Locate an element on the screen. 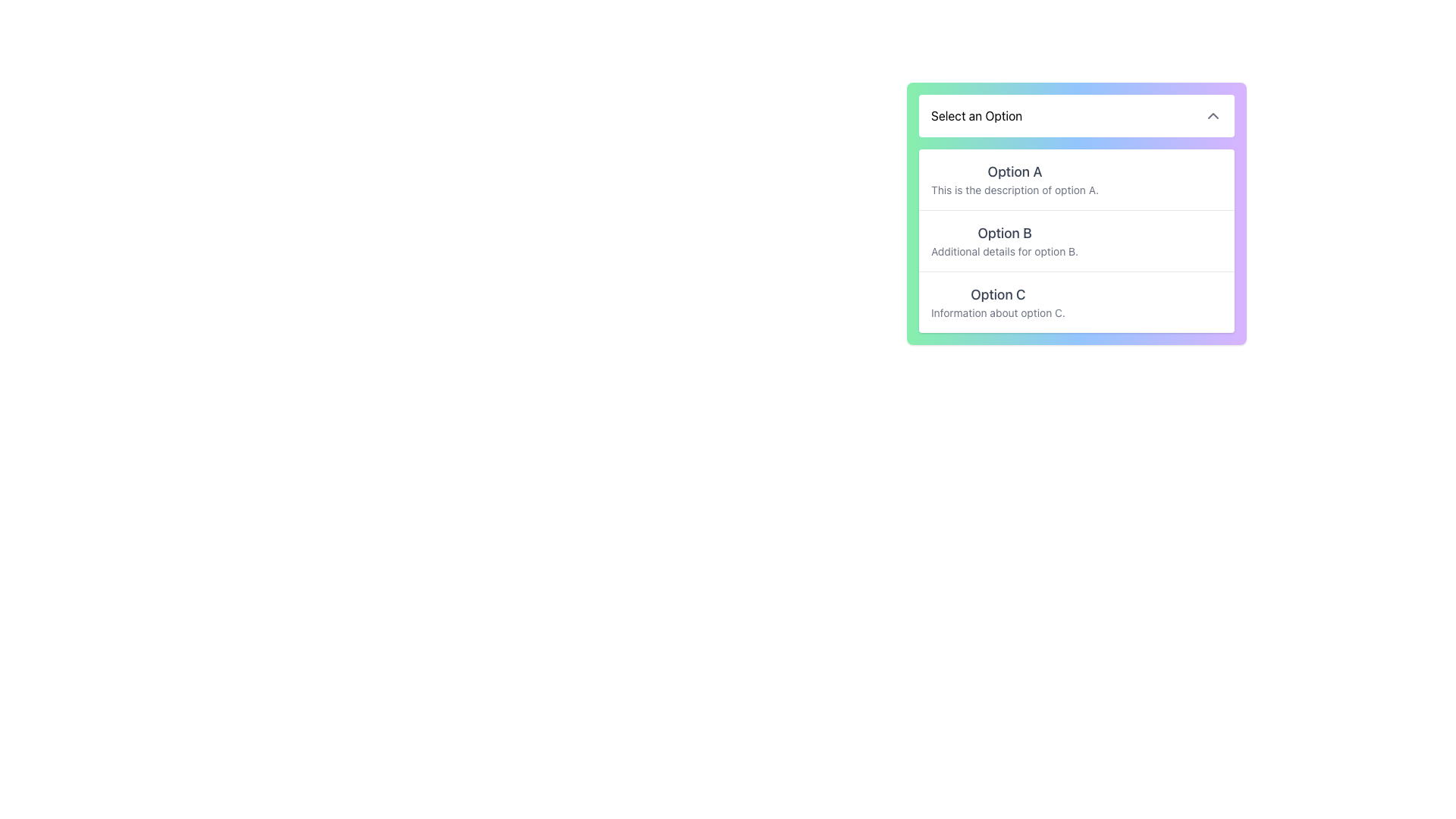 The width and height of the screenshot is (1456, 819). the selectable text block labeled 'Option B' located under the header 'Select an Option' is located at coordinates (1004, 240).